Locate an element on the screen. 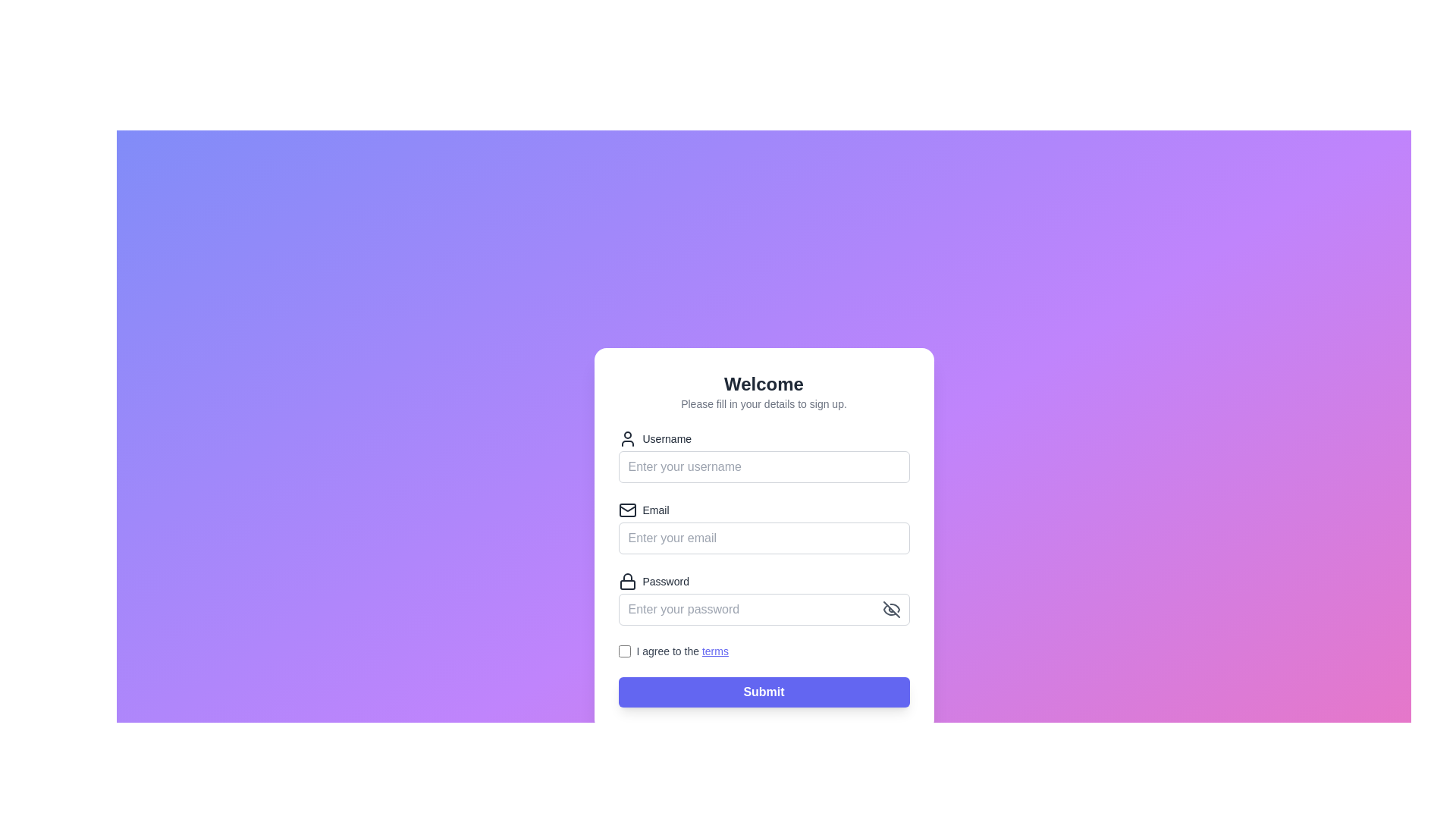  the password visibility toggle icon located on the far right side of the password input field is located at coordinates (891, 608).